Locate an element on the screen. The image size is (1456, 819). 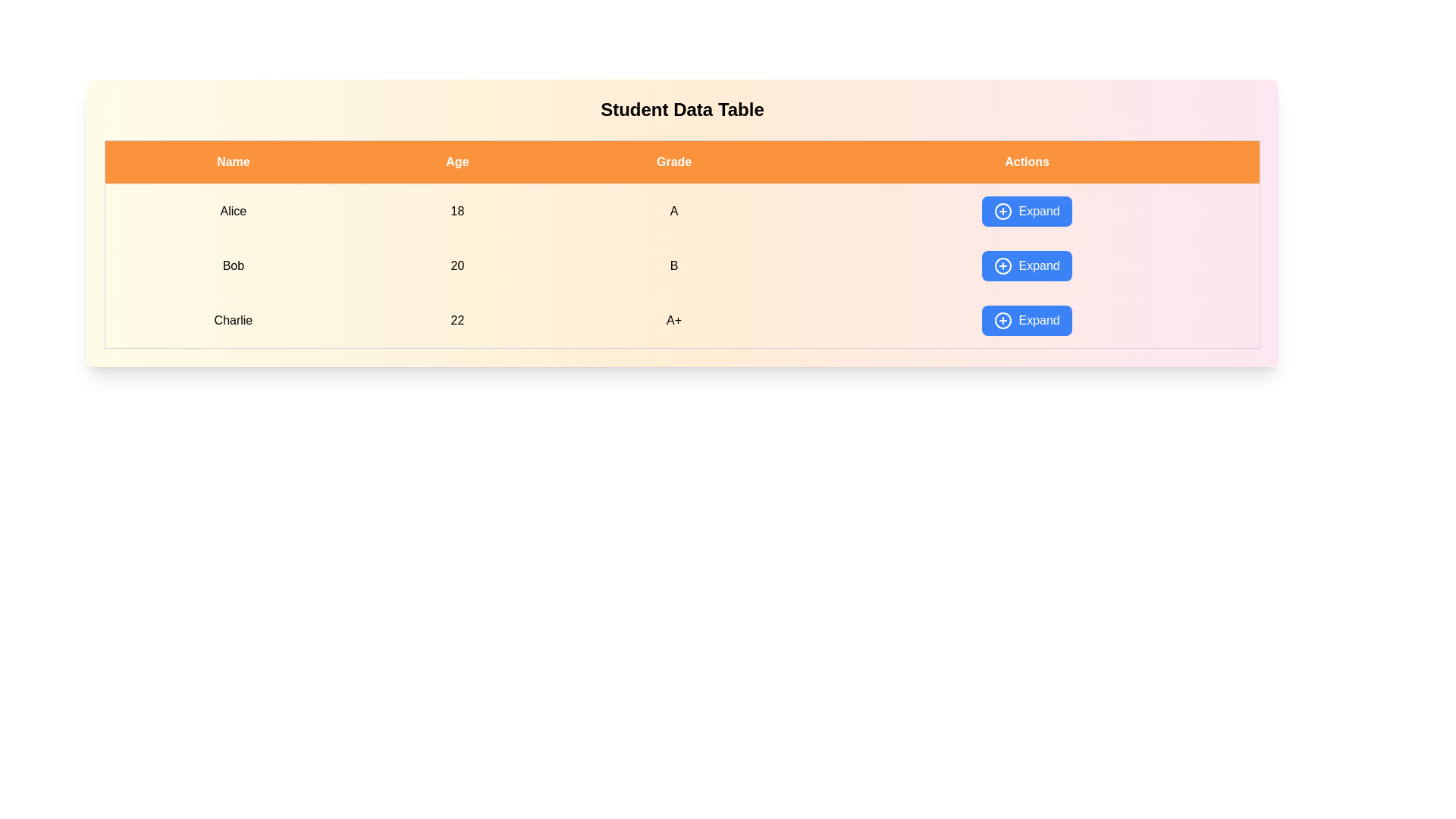
the circular '+' icon on the first 'Expand' button in the 'Actions' column of the data table is located at coordinates (1003, 211).